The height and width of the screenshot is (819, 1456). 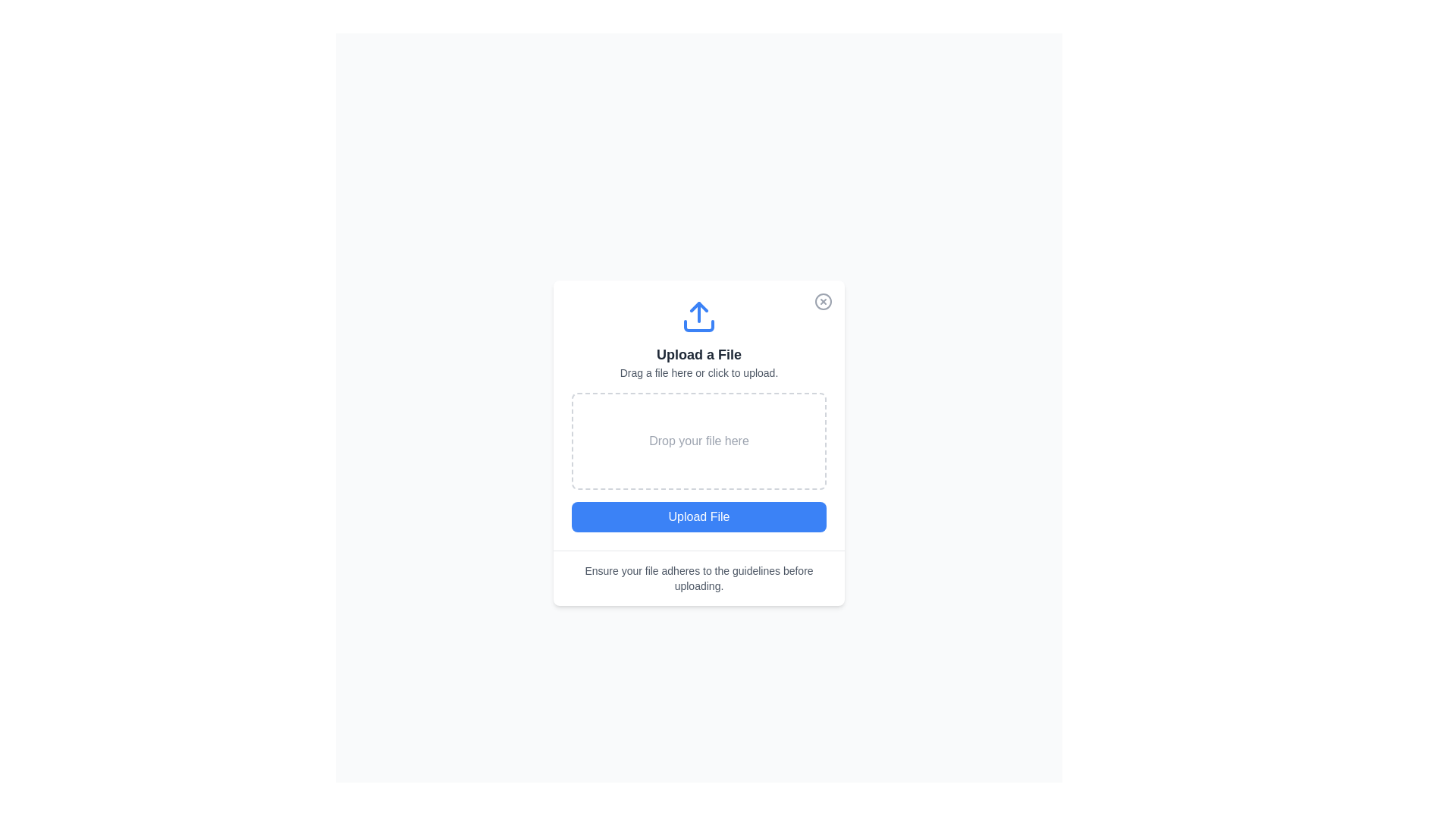 What do you see at coordinates (698, 441) in the screenshot?
I see `the file drop zone located below the description text 'Drag a file here or click to upload.'` at bounding box center [698, 441].